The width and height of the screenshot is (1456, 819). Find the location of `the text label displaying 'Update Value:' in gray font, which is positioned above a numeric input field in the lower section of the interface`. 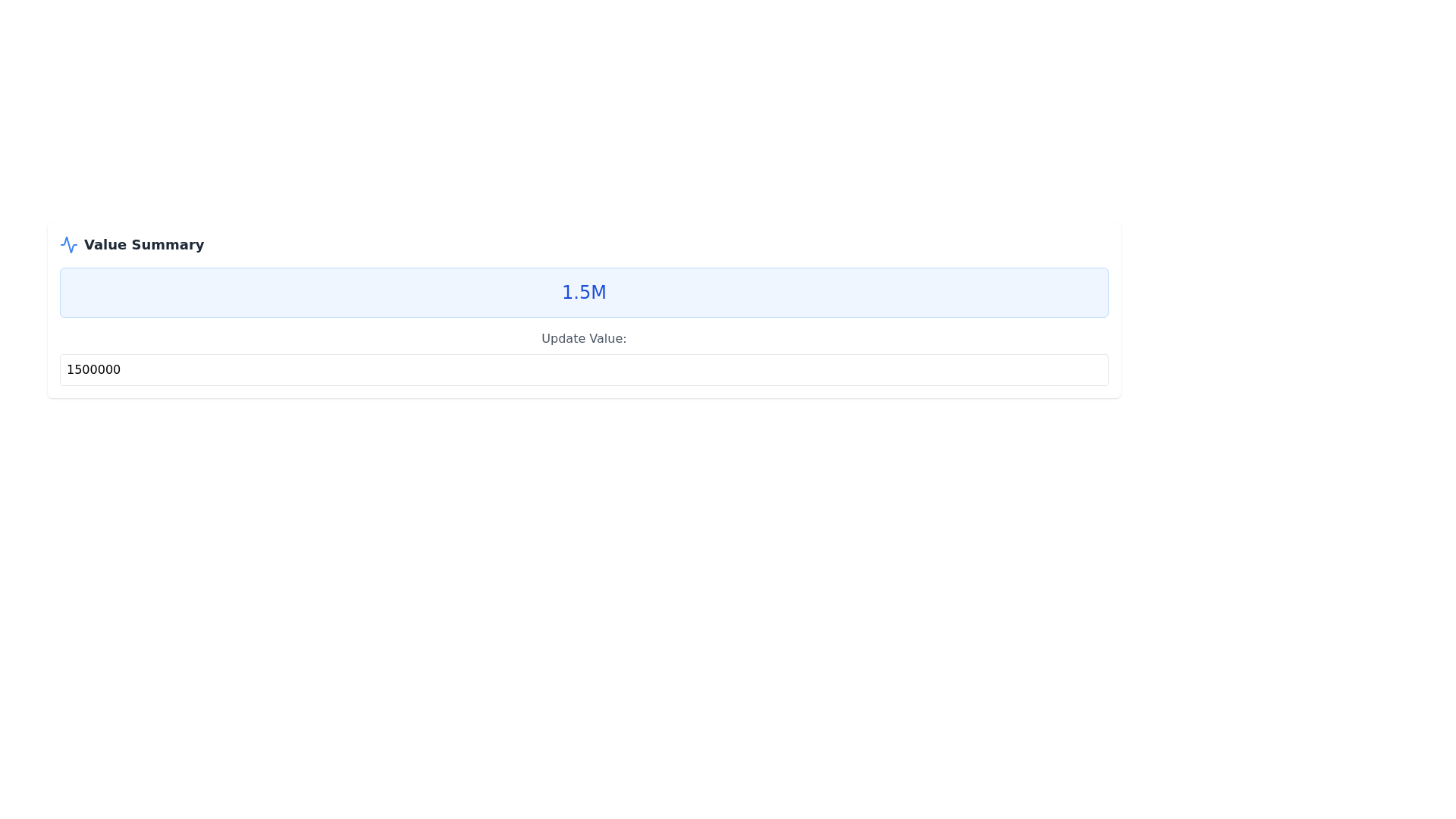

the text label displaying 'Update Value:' in gray font, which is positioned above a numeric input field in the lower section of the interface is located at coordinates (583, 338).